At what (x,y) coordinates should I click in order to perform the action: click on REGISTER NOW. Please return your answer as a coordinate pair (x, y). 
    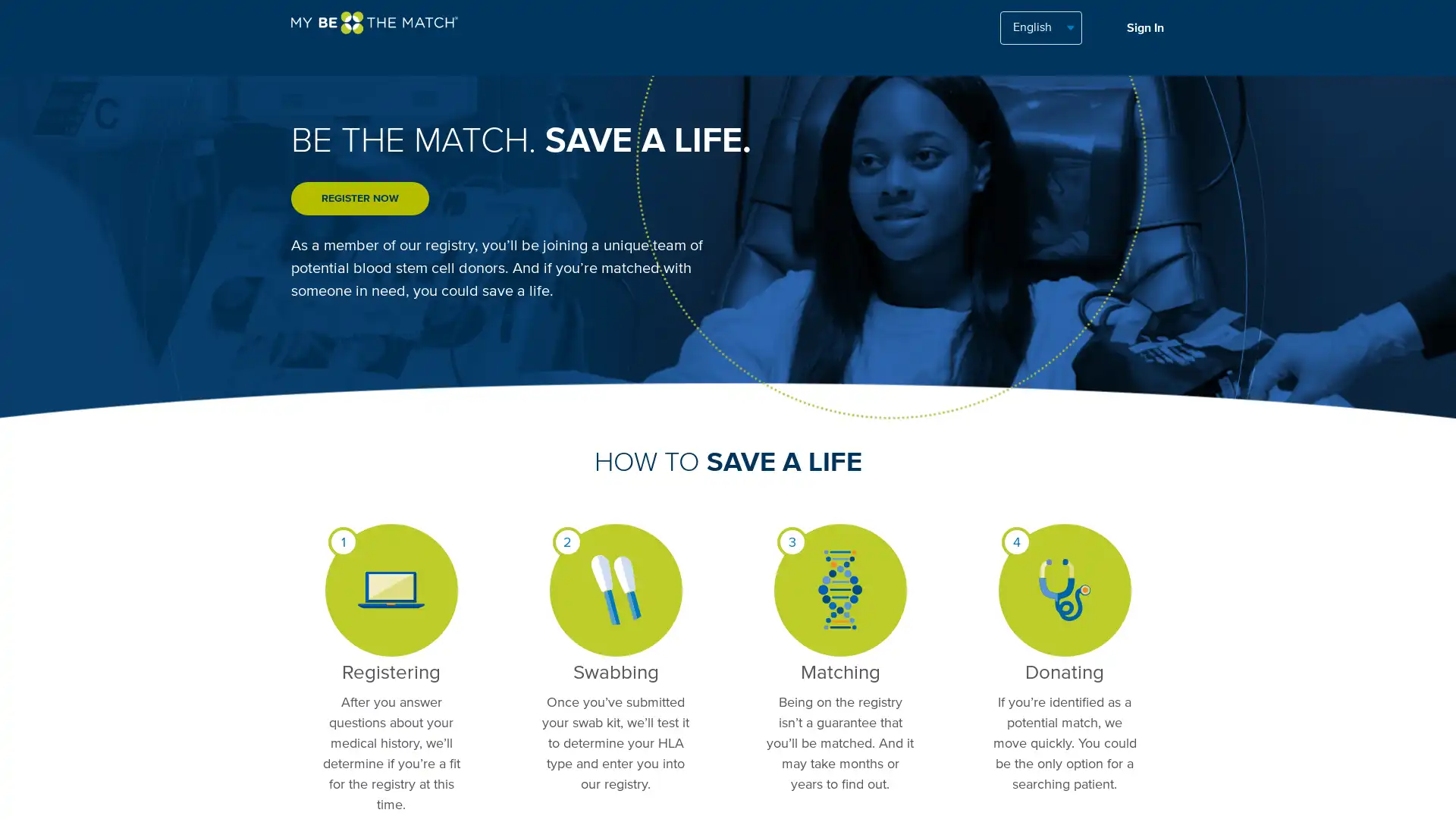
    Looking at the image, I should click on (359, 198).